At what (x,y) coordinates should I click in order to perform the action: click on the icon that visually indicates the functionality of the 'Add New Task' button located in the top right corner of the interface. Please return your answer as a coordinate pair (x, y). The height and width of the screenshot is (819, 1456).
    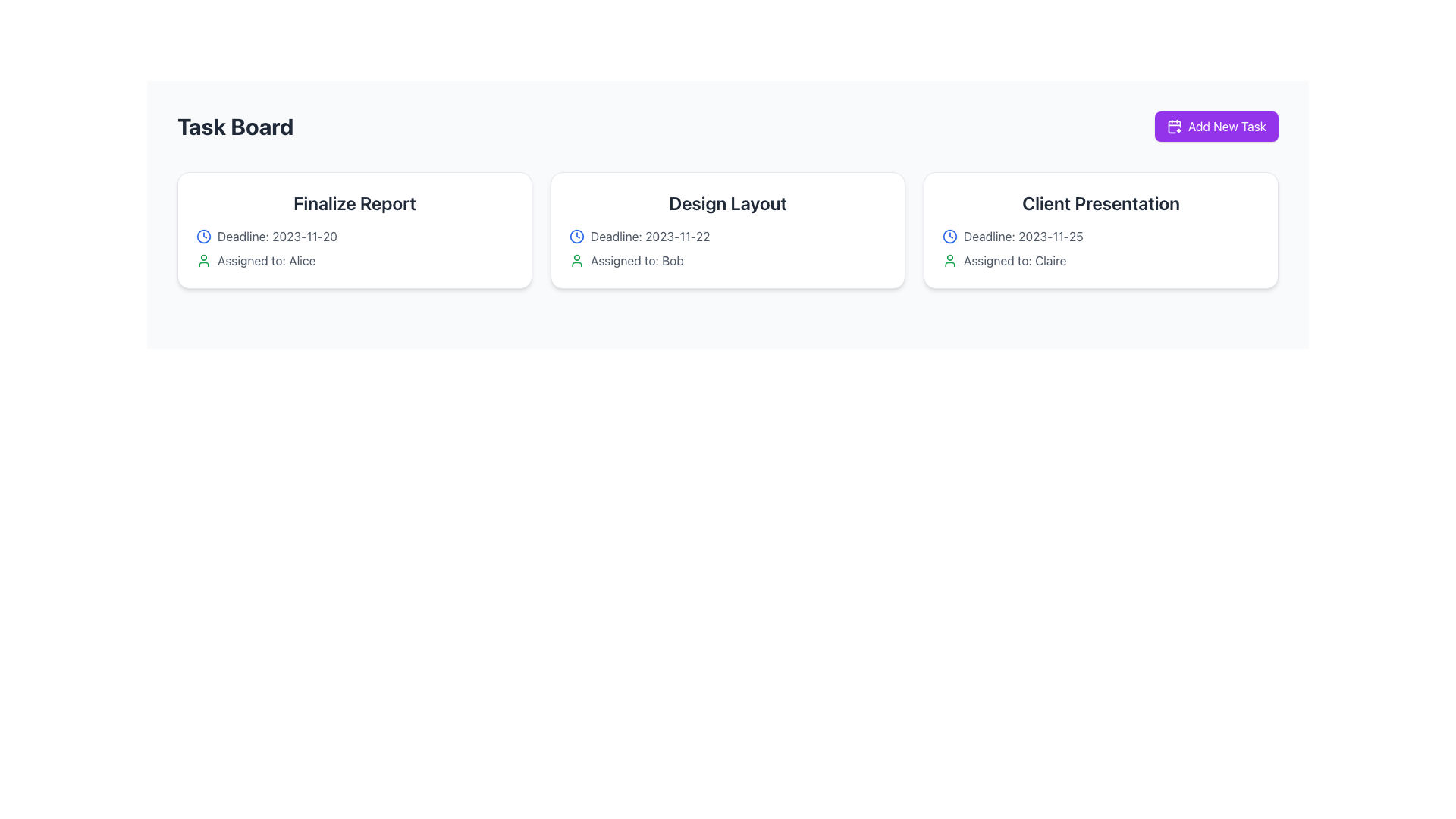
    Looking at the image, I should click on (1174, 125).